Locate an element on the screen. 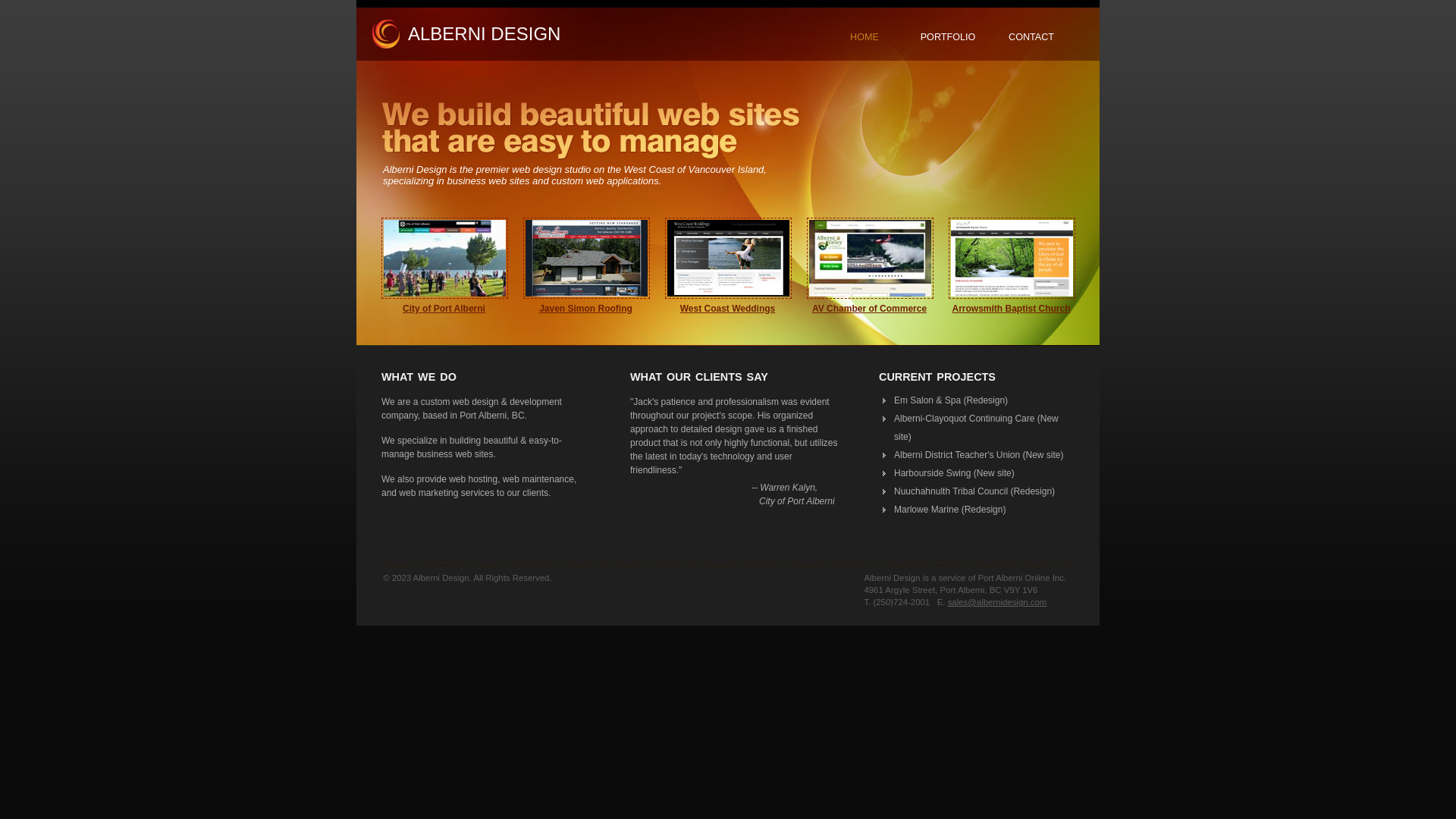  'City of Port Alberni' is located at coordinates (443, 308).